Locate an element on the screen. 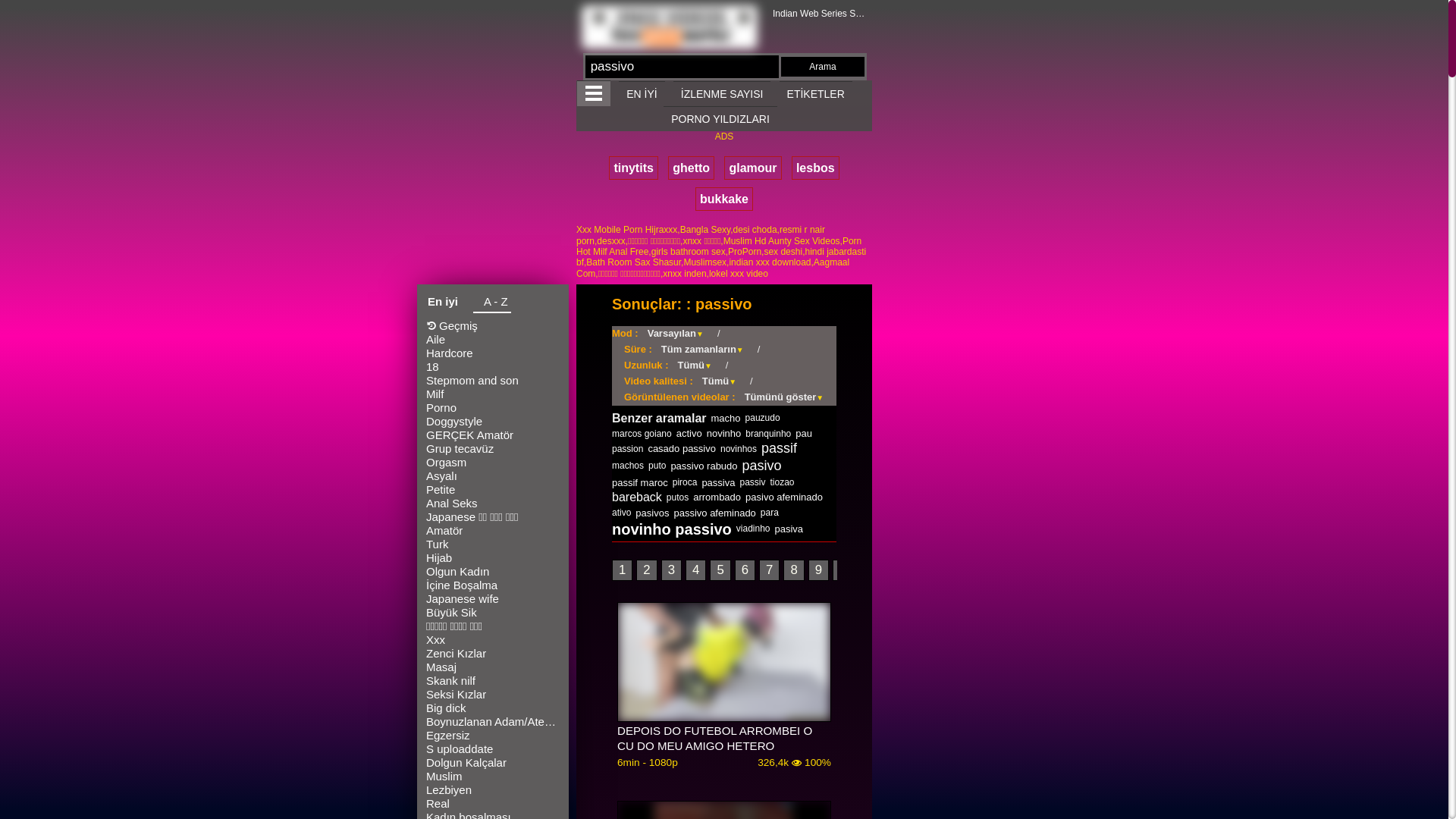 This screenshot has width=1456, height=819. 'ativo' is located at coordinates (621, 512).